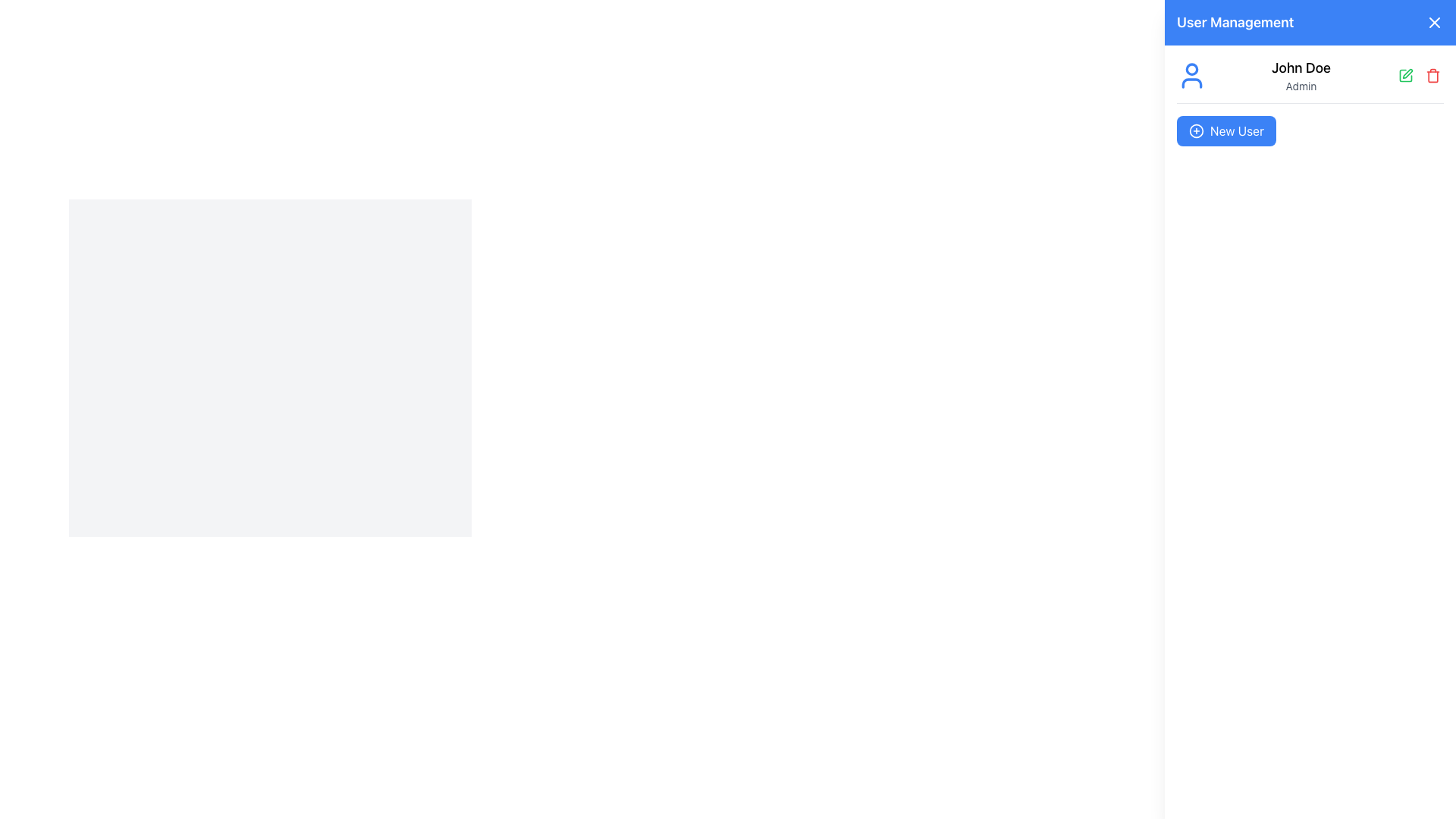 The height and width of the screenshot is (819, 1456). Describe the element at coordinates (1432, 76) in the screenshot. I see `the delete icon located` at that location.